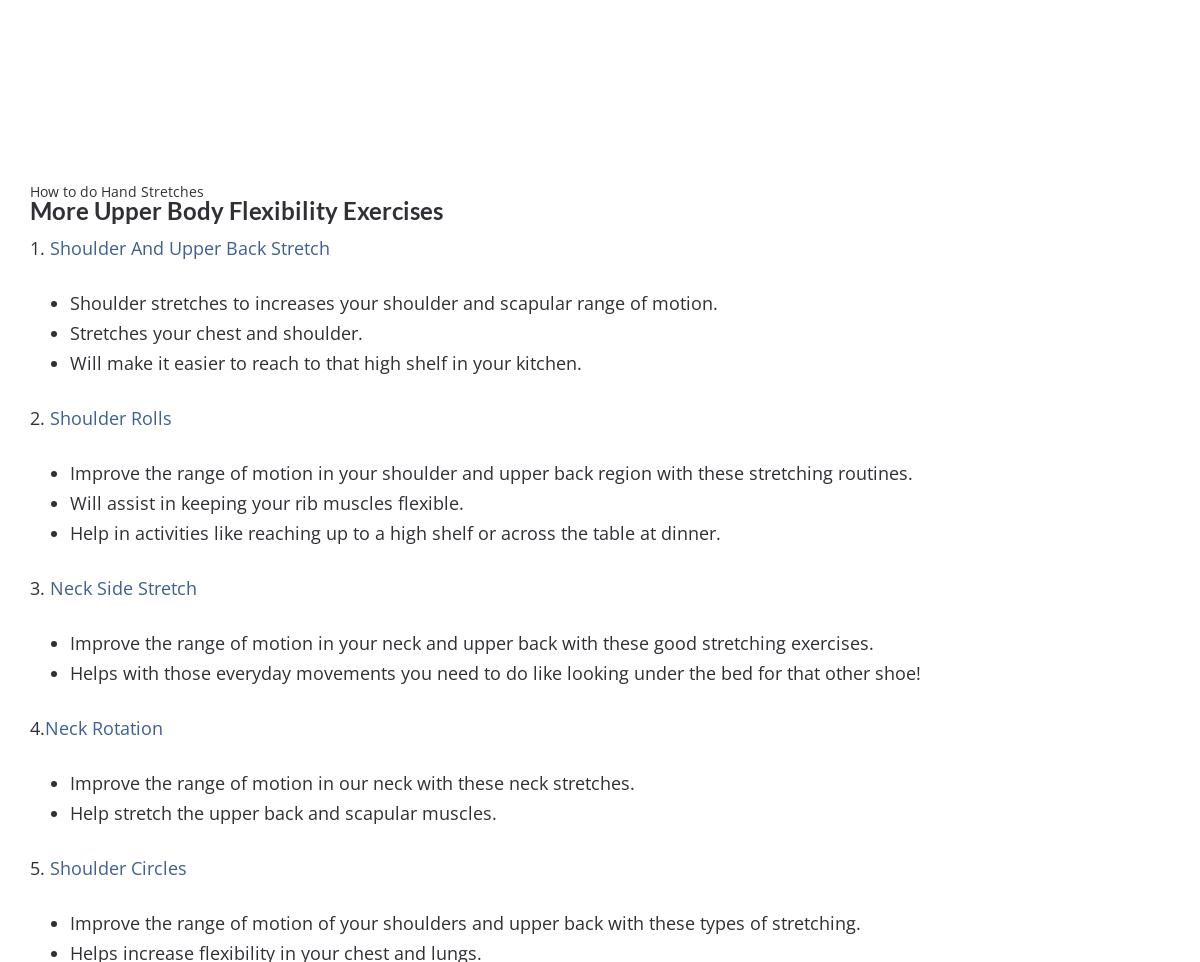  Describe the element at coordinates (123, 586) in the screenshot. I see `'Neck Side Stretch'` at that location.